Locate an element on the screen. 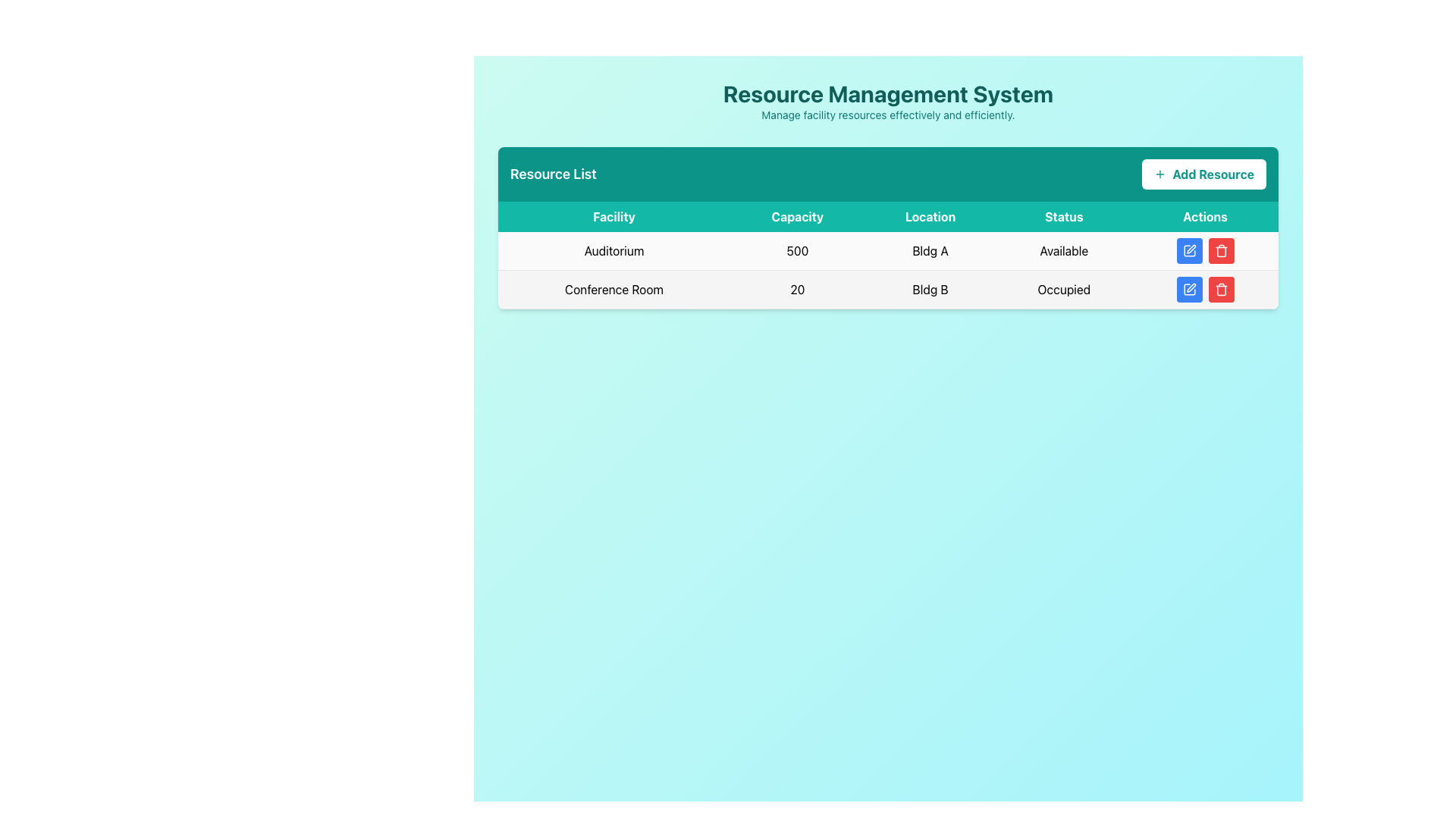 This screenshot has width=1456, height=819. the text display element labeled 'Conference Room' located in the 'Facility' column of the table under the 'Resource List' section is located at coordinates (614, 289).